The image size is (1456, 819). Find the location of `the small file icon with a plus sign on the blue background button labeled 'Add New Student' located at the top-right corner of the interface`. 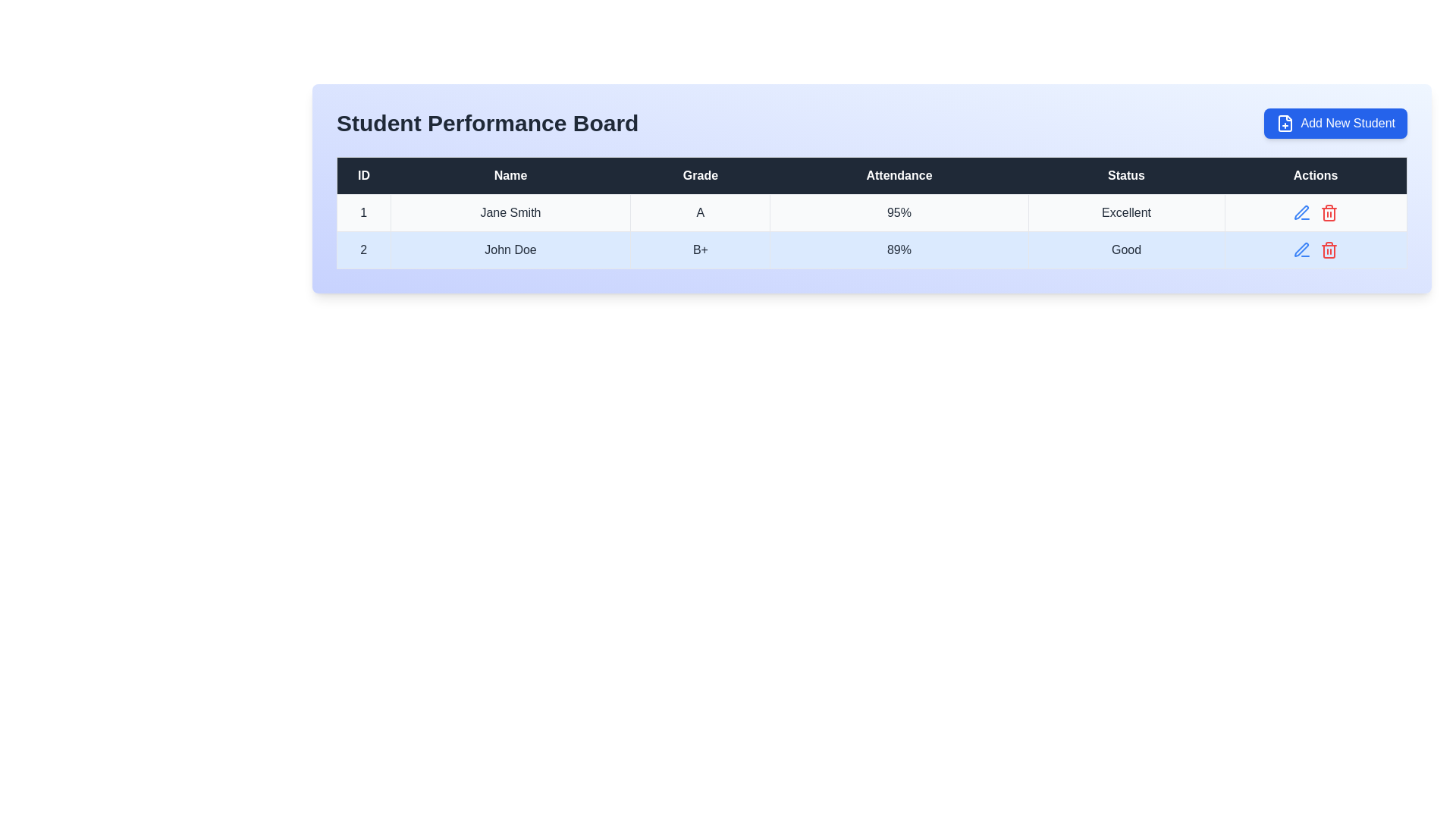

the small file icon with a plus sign on the blue background button labeled 'Add New Student' located at the top-right corner of the interface is located at coordinates (1285, 122).